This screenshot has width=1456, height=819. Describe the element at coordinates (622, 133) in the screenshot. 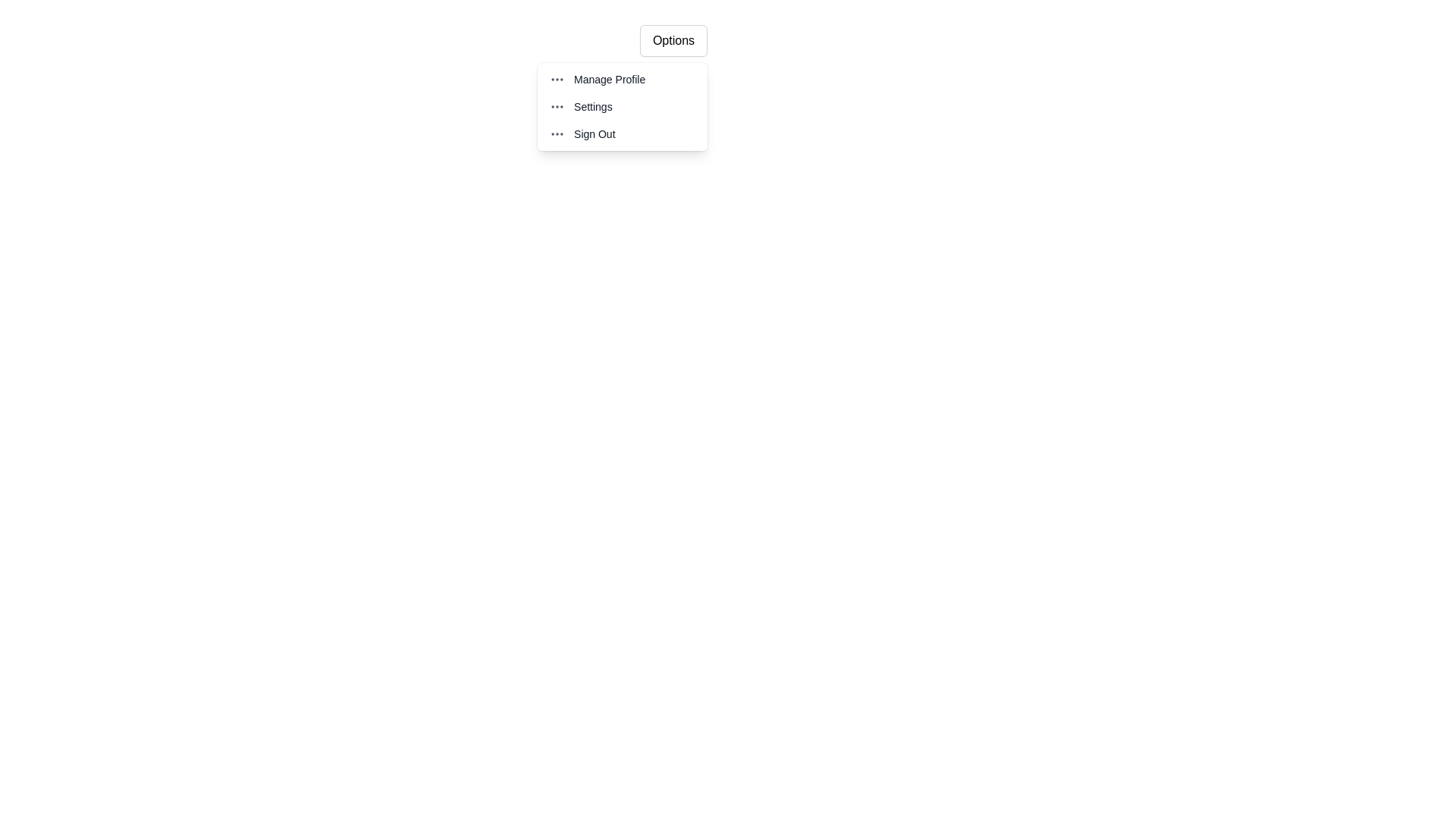

I see `the 'Sign Out' menu option, which is the third item in the vertical dropdown menu, to provide visual feedback` at that location.